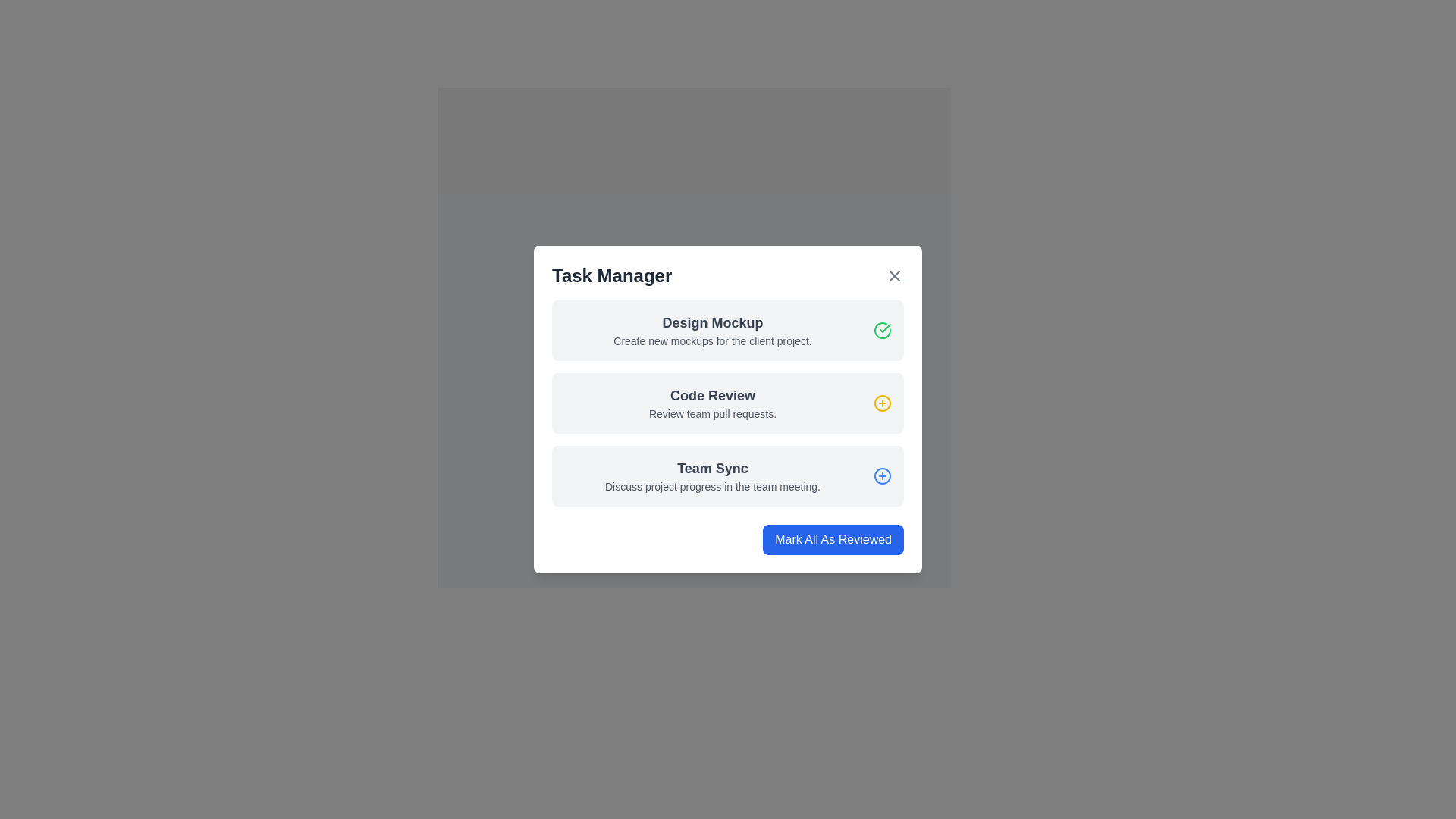  I want to click on the close button located in the top-right corner of the 'Task Manager' modal, which allows users to dismiss the modal window, so click(895, 275).